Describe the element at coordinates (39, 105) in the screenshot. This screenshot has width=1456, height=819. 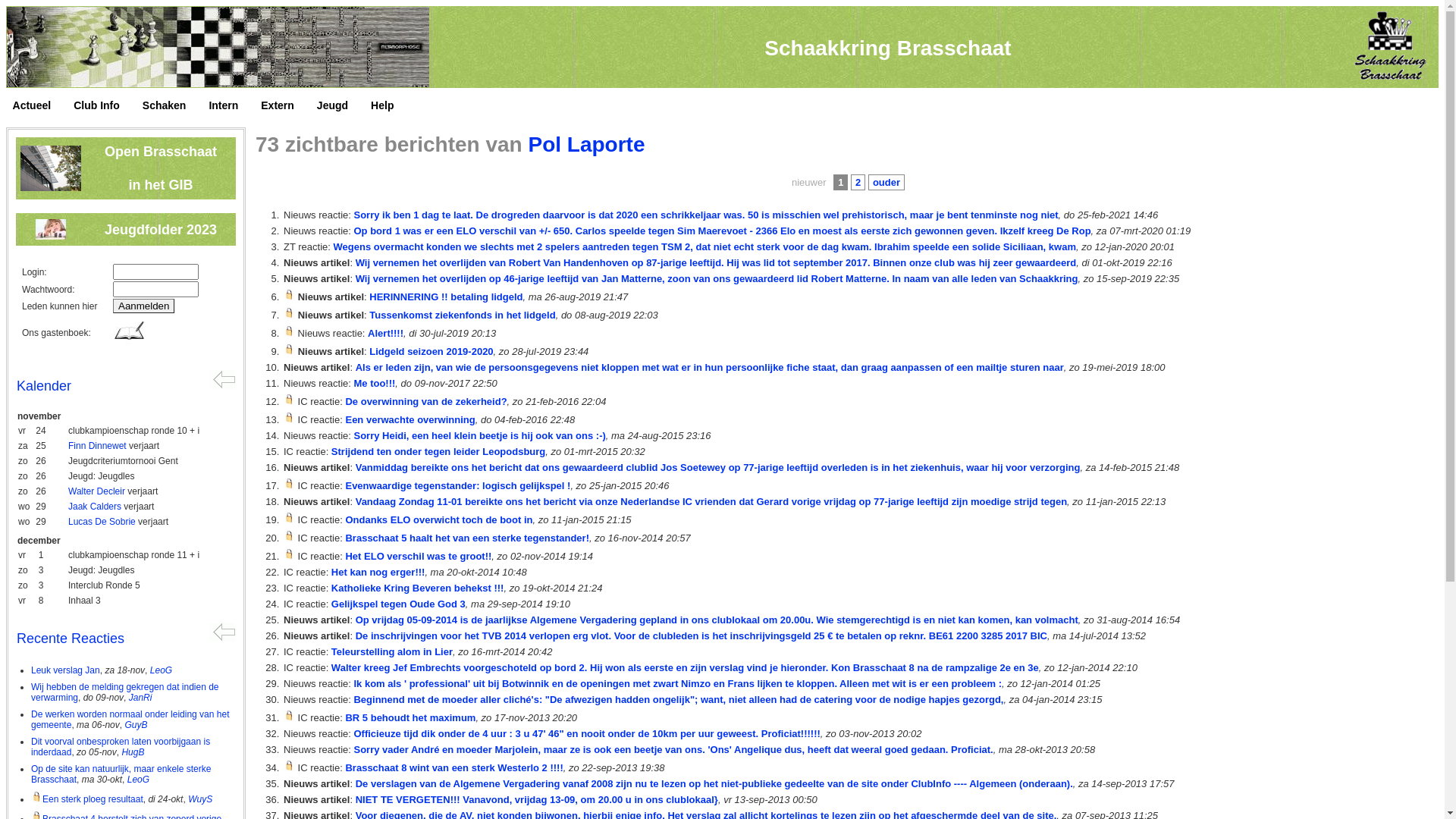
I see `'Actueel'` at that location.